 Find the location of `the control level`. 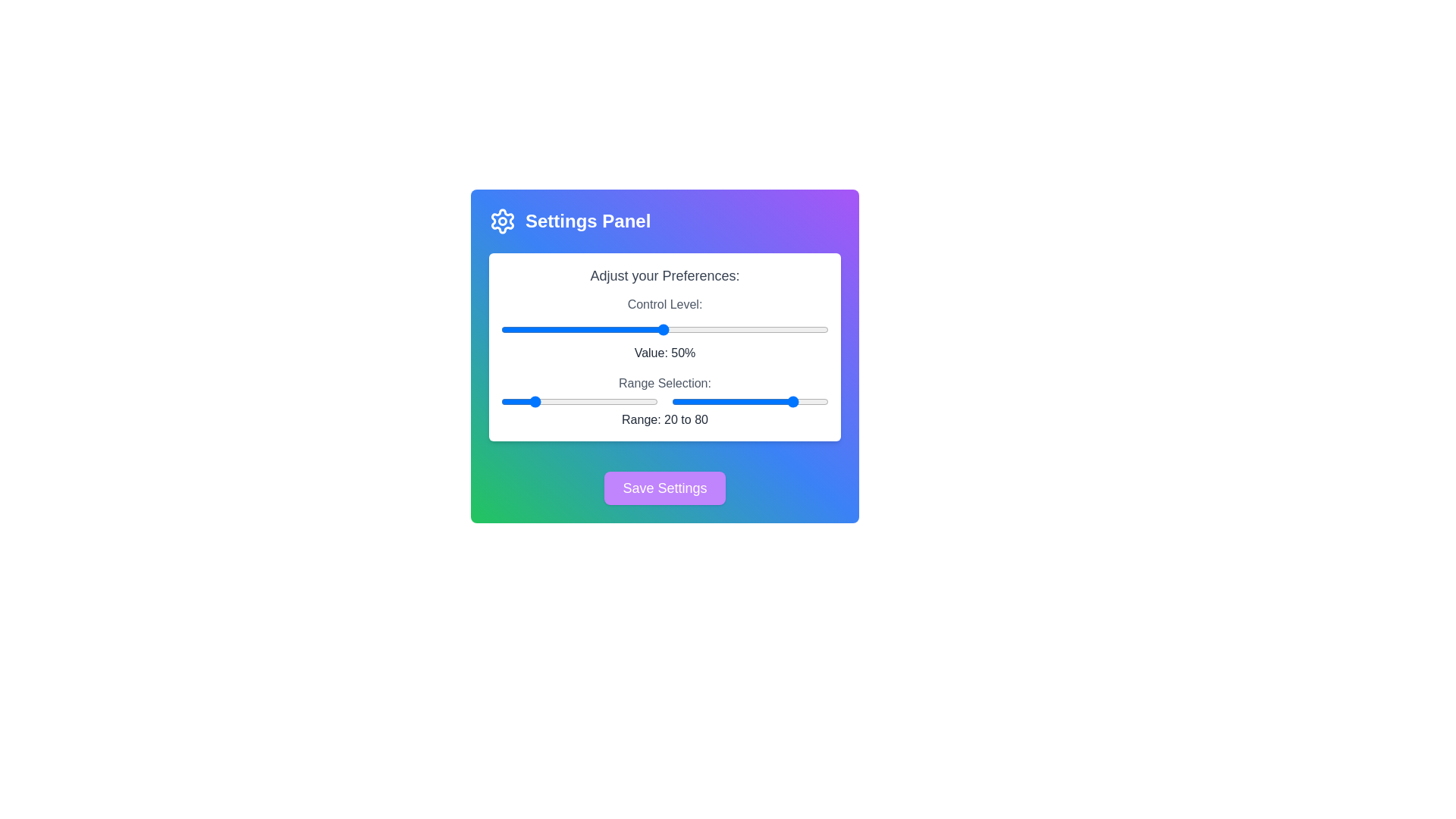

the control level is located at coordinates (544, 329).